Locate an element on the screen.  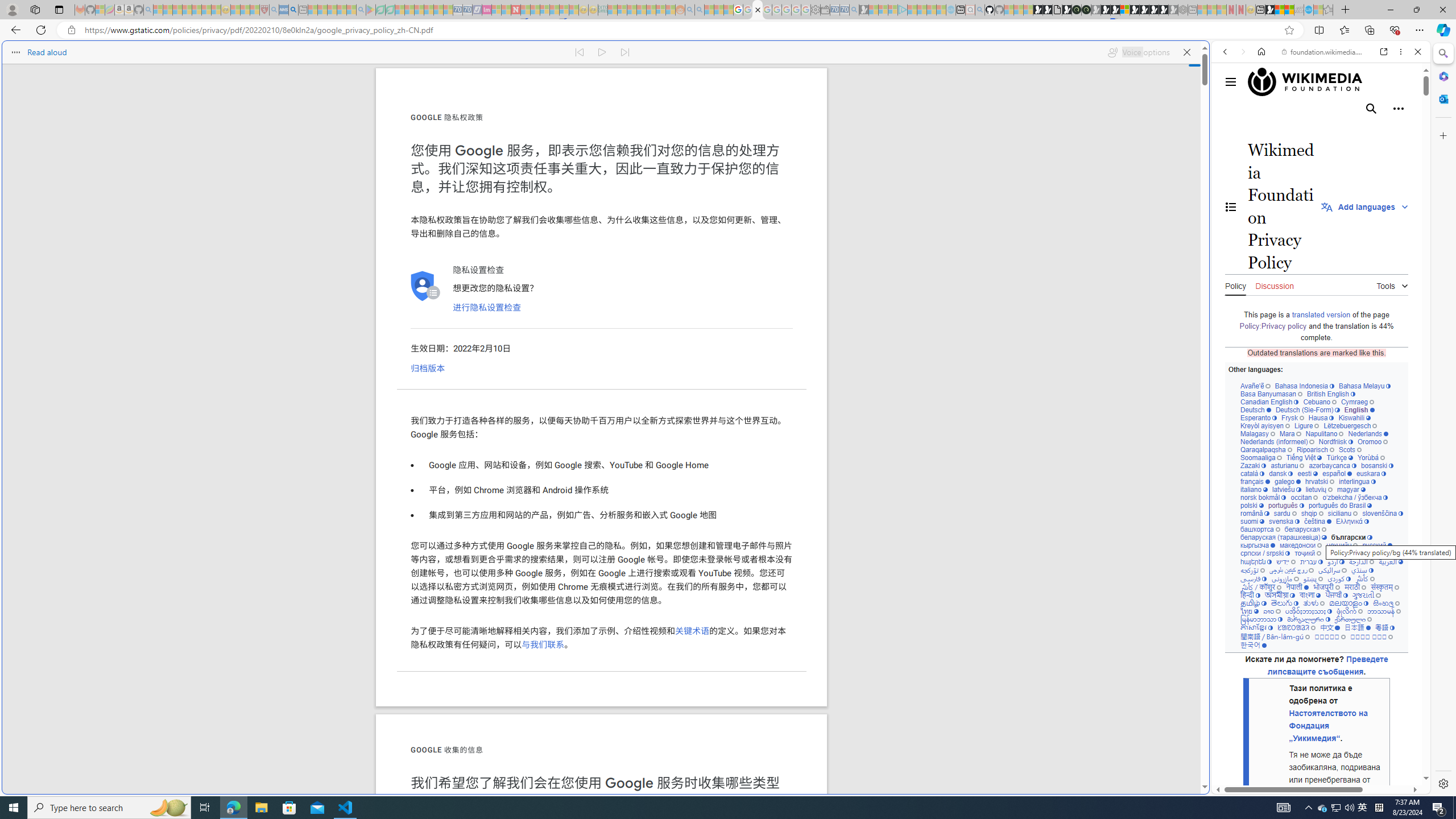
'bosanski' is located at coordinates (1376, 465).